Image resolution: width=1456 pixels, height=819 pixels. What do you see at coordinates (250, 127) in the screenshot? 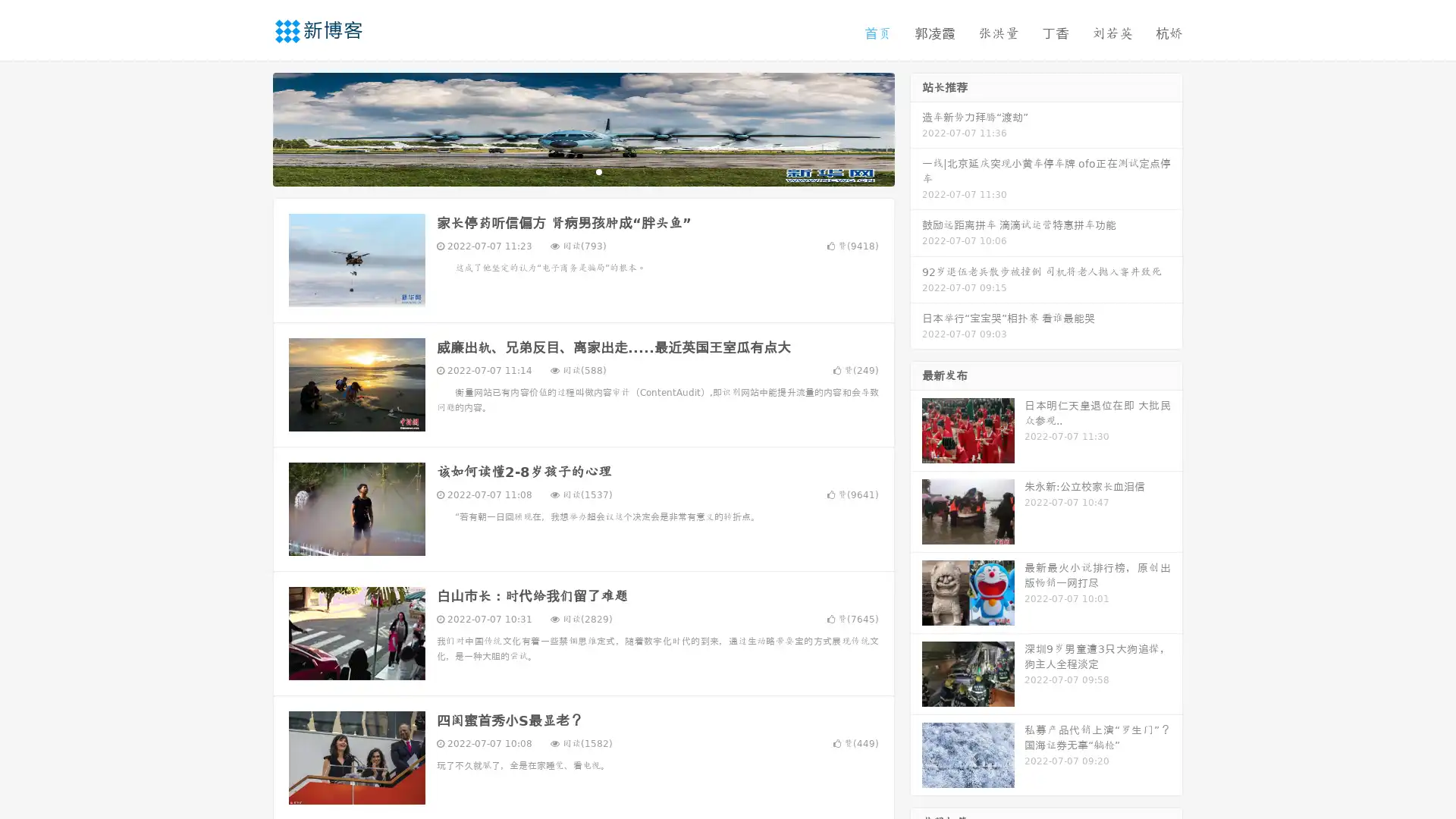
I see `Previous slide` at bounding box center [250, 127].